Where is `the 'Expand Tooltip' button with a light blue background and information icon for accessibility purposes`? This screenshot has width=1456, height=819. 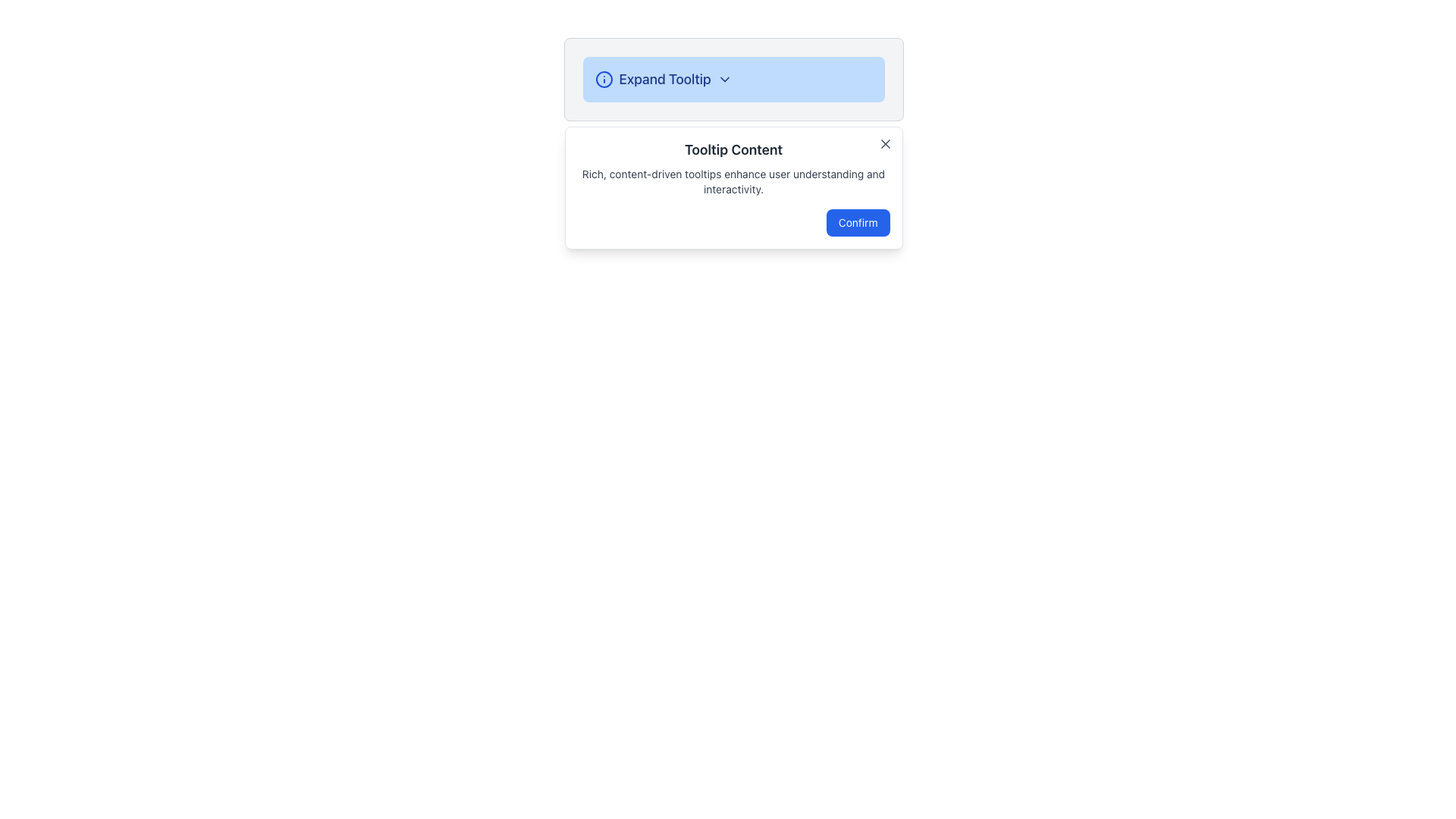 the 'Expand Tooltip' button with a light blue background and information icon for accessibility purposes is located at coordinates (733, 79).